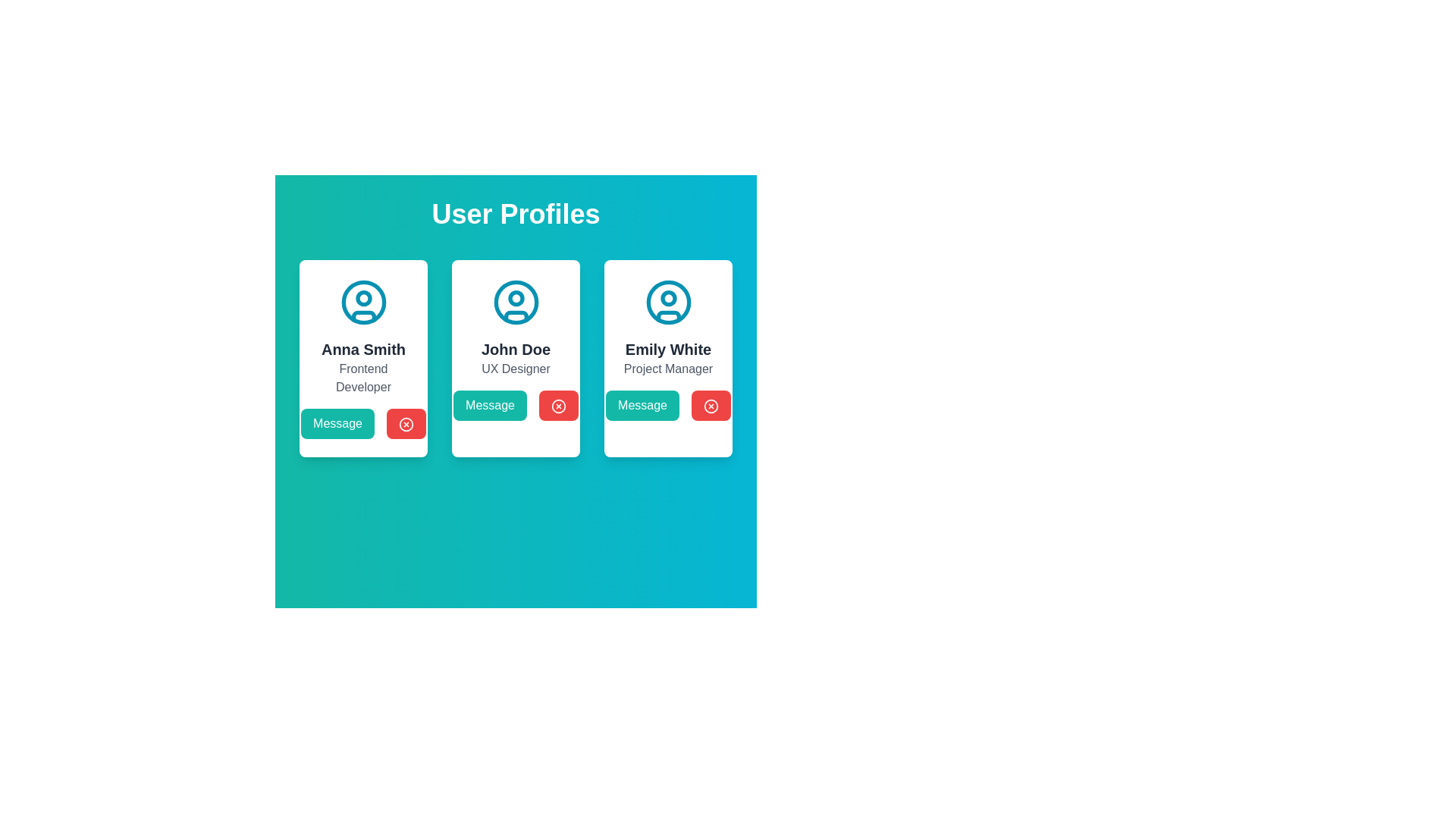 This screenshot has height=819, width=1456. Describe the element at coordinates (516, 359) in the screenshot. I see `the profile card UI component displaying user details, located in the center column between 'Anna Smith' and 'Emily White'` at that location.